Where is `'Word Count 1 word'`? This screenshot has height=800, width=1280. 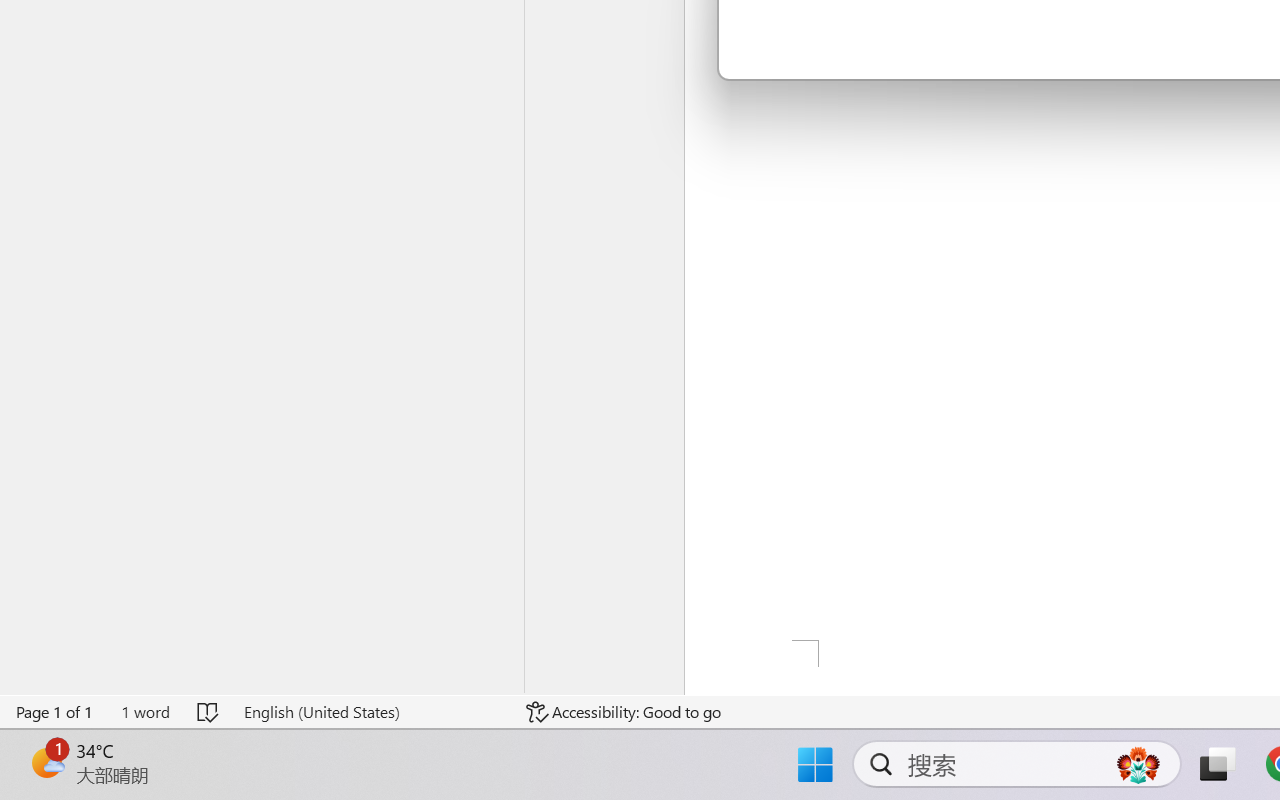
'Word Count 1 word' is located at coordinates (144, 711).